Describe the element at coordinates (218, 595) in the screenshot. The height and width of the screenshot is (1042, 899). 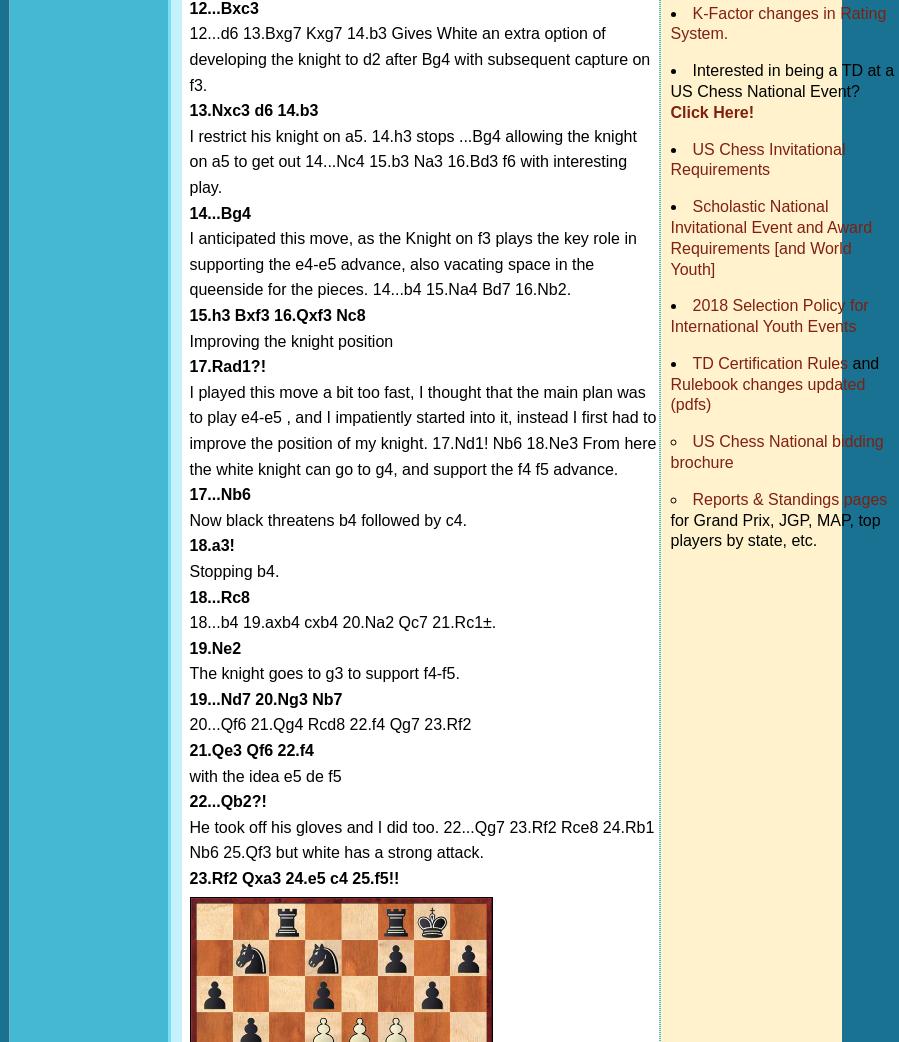
I see `'18...Rc8'` at that location.